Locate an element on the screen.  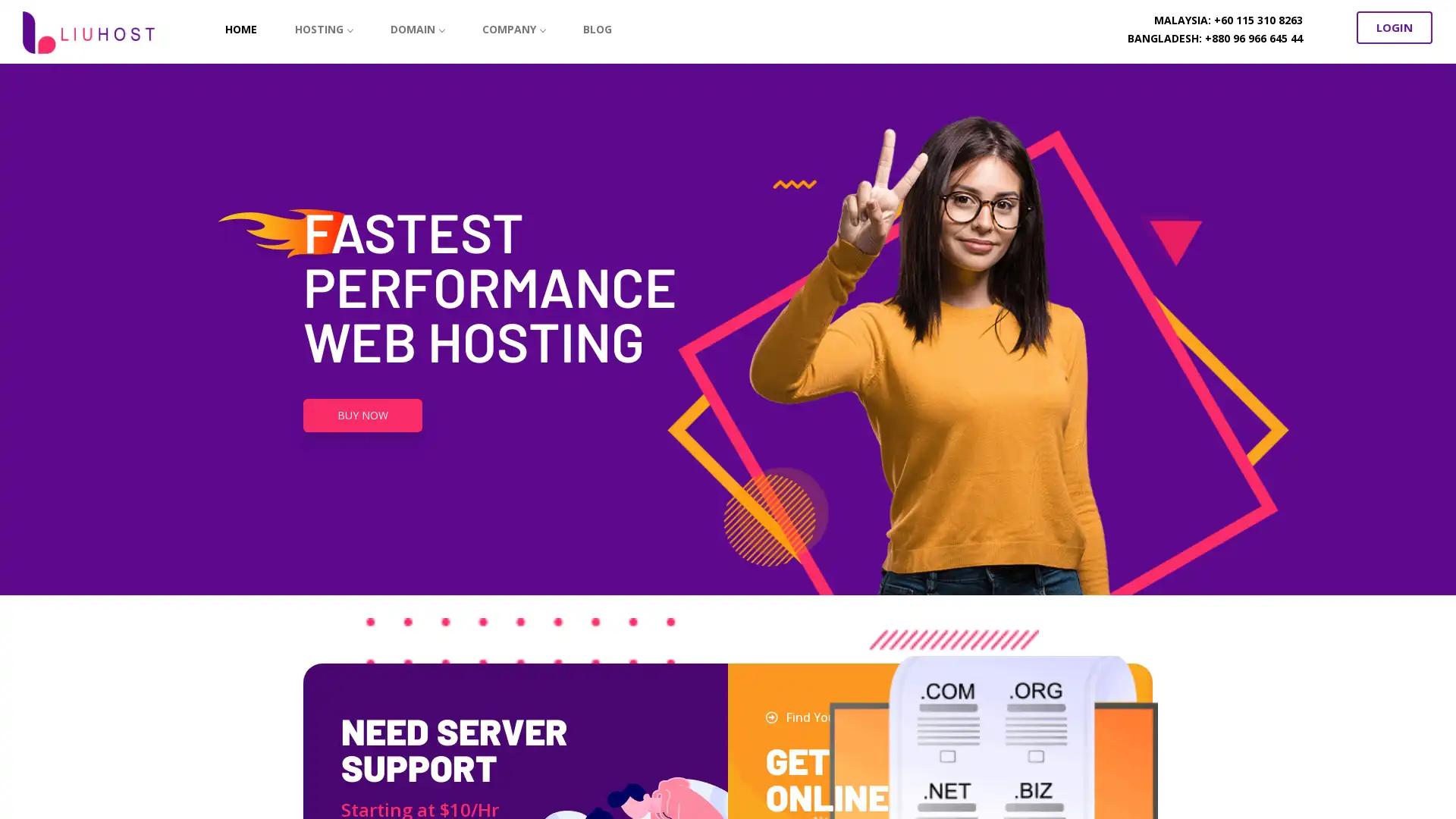
Find Your Domain is located at coordinates (826, 717).